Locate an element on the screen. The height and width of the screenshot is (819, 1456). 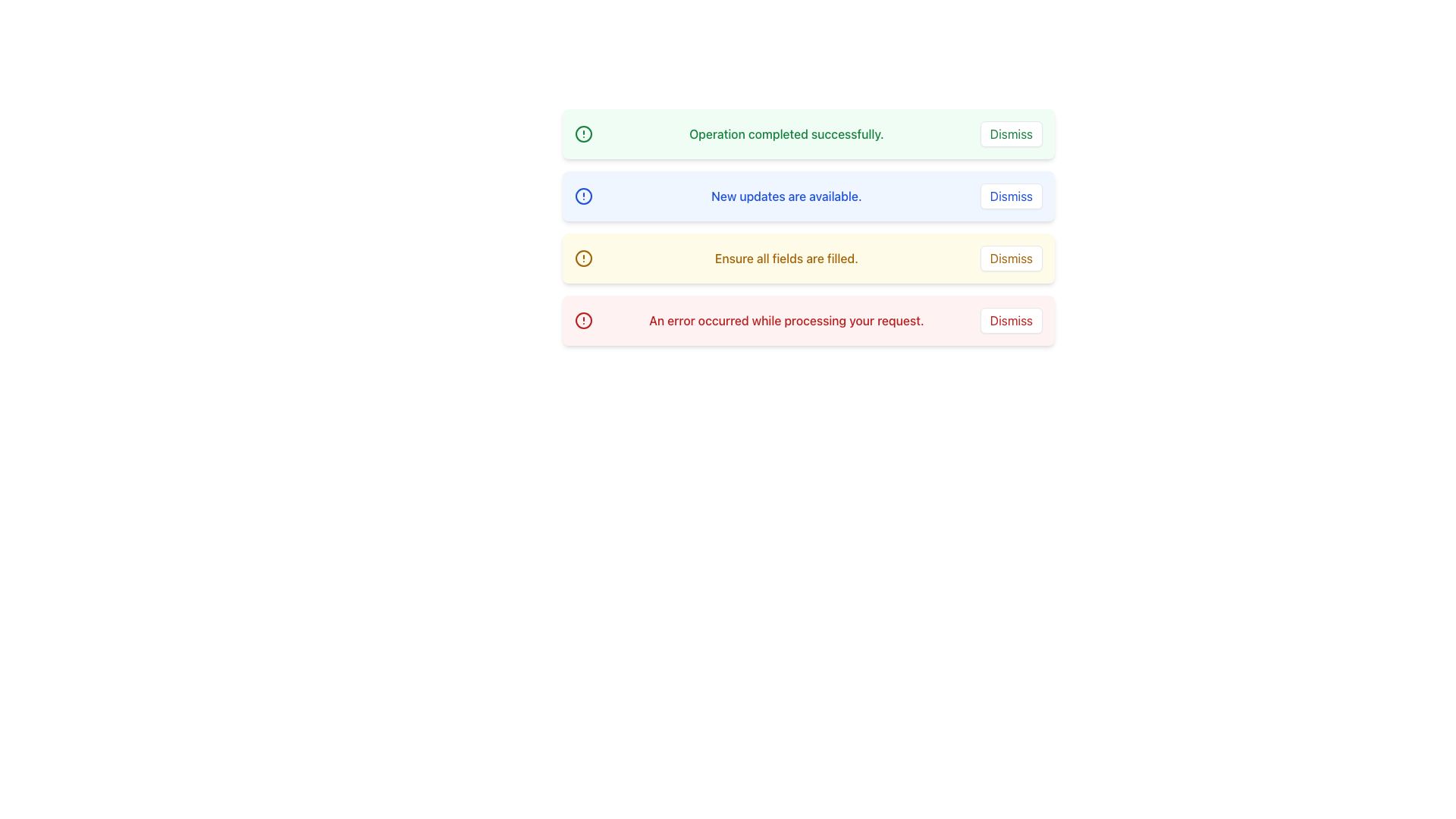
the circular caution icon with a hollow design and an exclamation mark inside, located next to the text 'Ensure all fields are filled.' in the third notification bar is located at coordinates (582, 257).